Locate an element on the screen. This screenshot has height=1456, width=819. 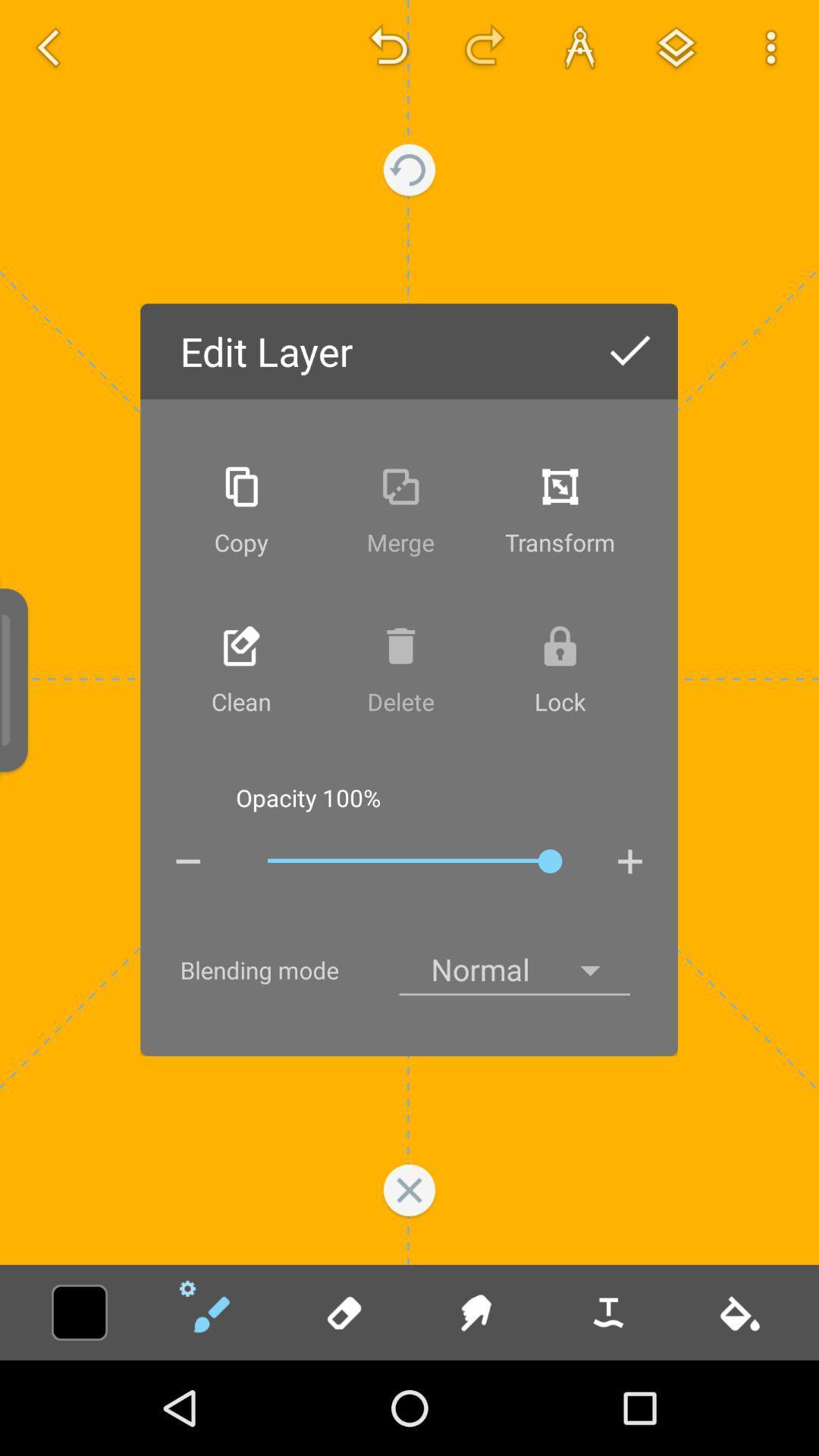
take the icon above clean is located at coordinates (241, 645).